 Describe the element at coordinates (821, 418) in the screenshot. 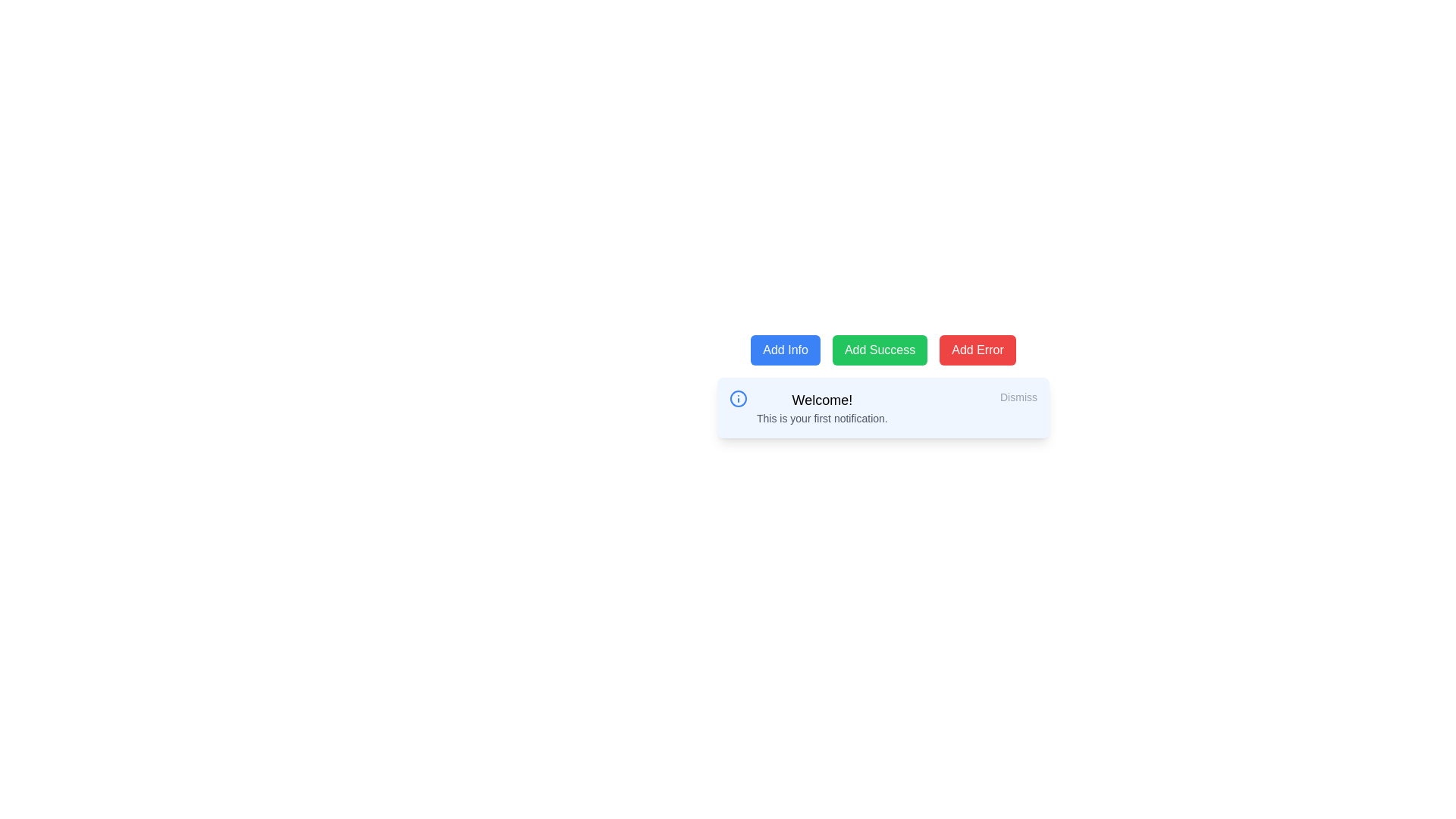

I see `the text label that reads 'This is your first notification.' styled in light gray, located beneath the 'Welcome!' text within the notification card` at that location.